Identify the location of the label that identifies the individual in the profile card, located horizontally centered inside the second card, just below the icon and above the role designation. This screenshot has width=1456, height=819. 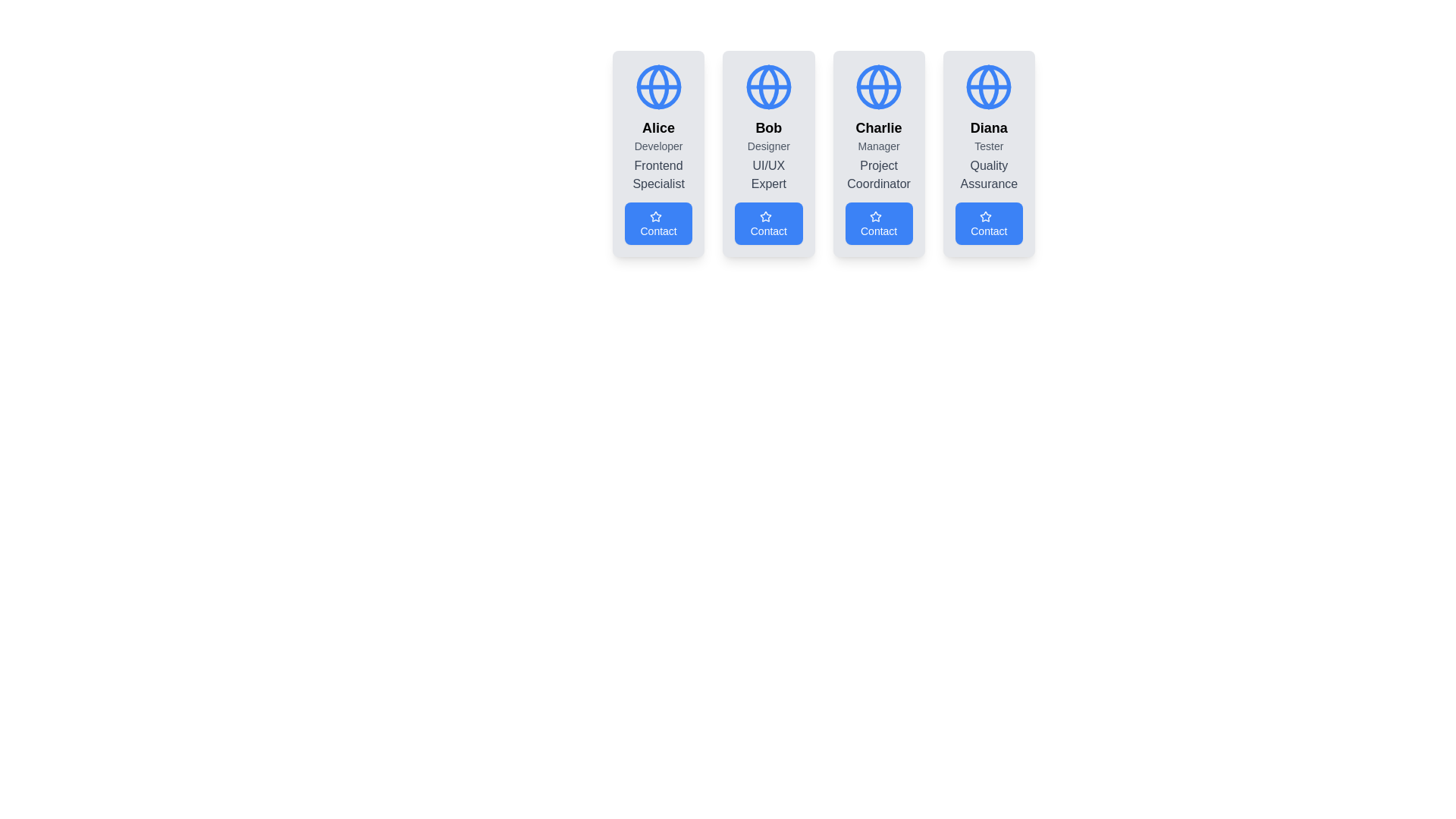
(768, 127).